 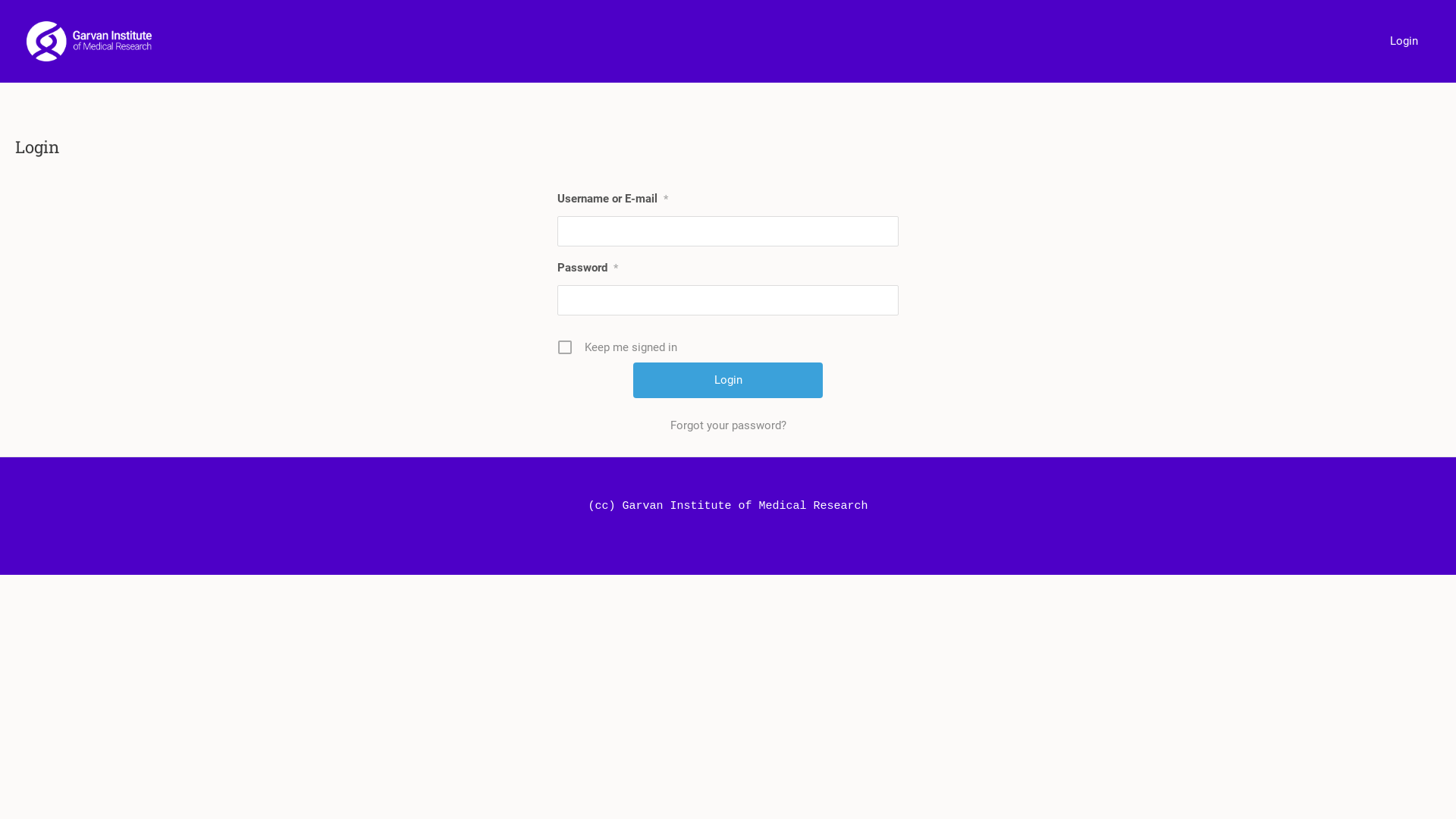 What do you see at coordinates (728, 379) in the screenshot?
I see `'Login'` at bounding box center [728, 379].